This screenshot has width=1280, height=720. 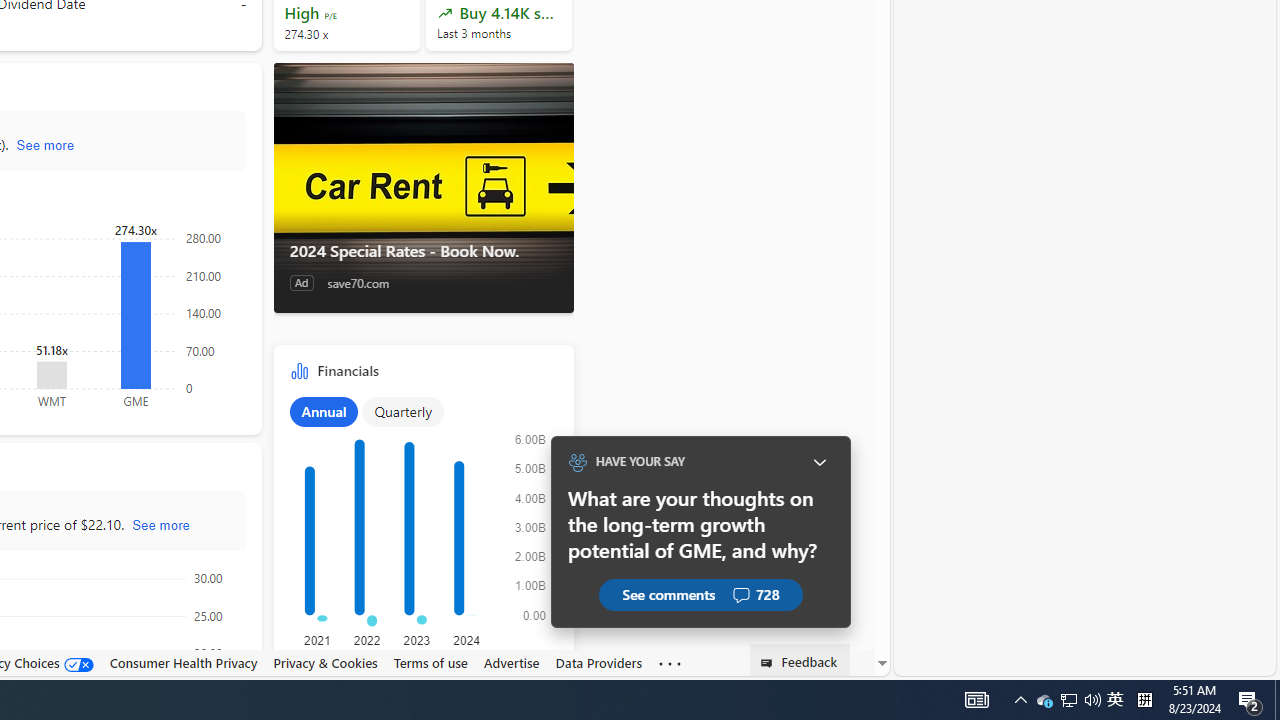 What do you see at coordinates (429, 662) in the screenshot?
I see `'Terms of use'` at bounding box center [429, 662].